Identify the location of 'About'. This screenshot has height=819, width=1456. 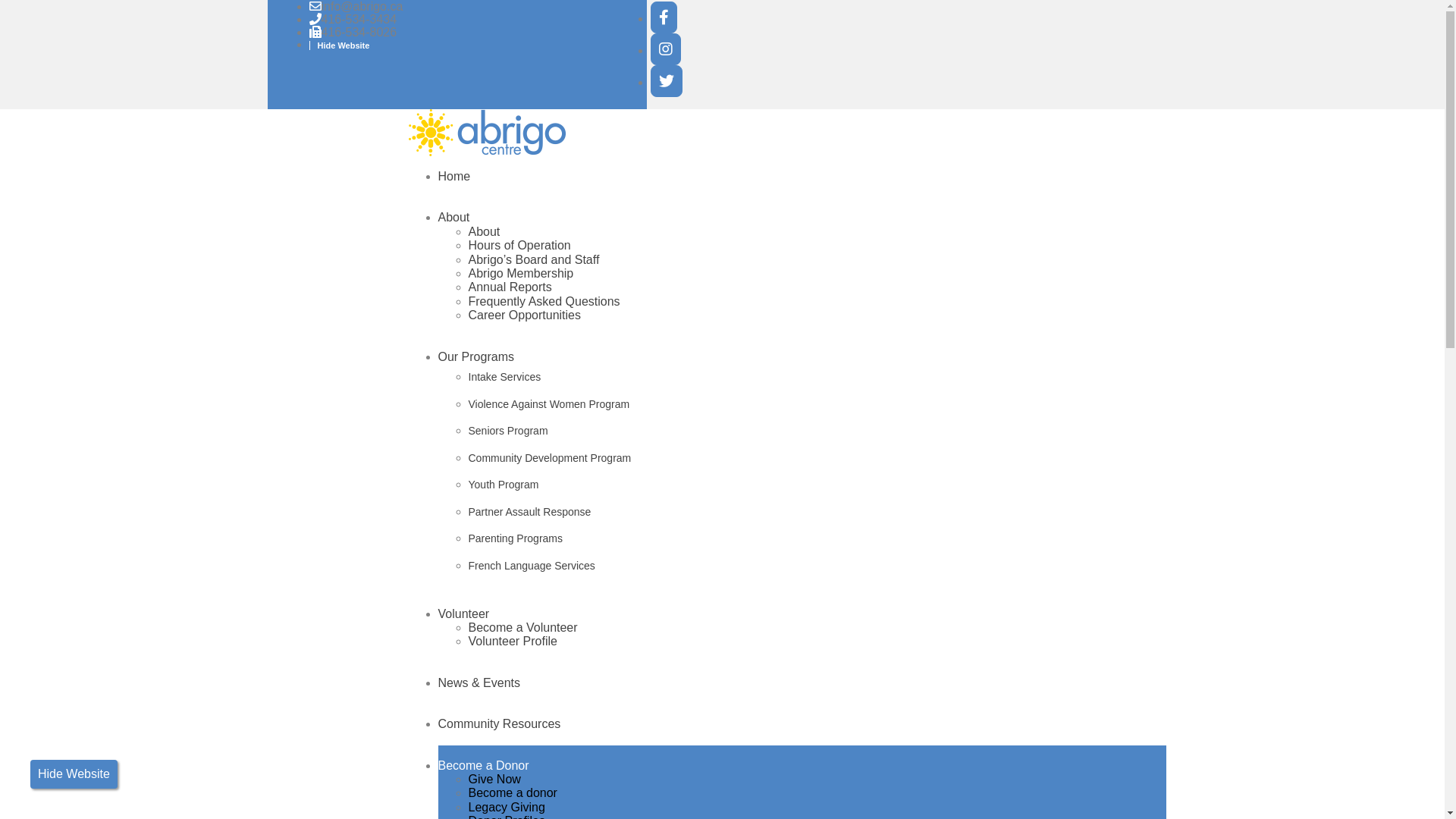
(437, 217).